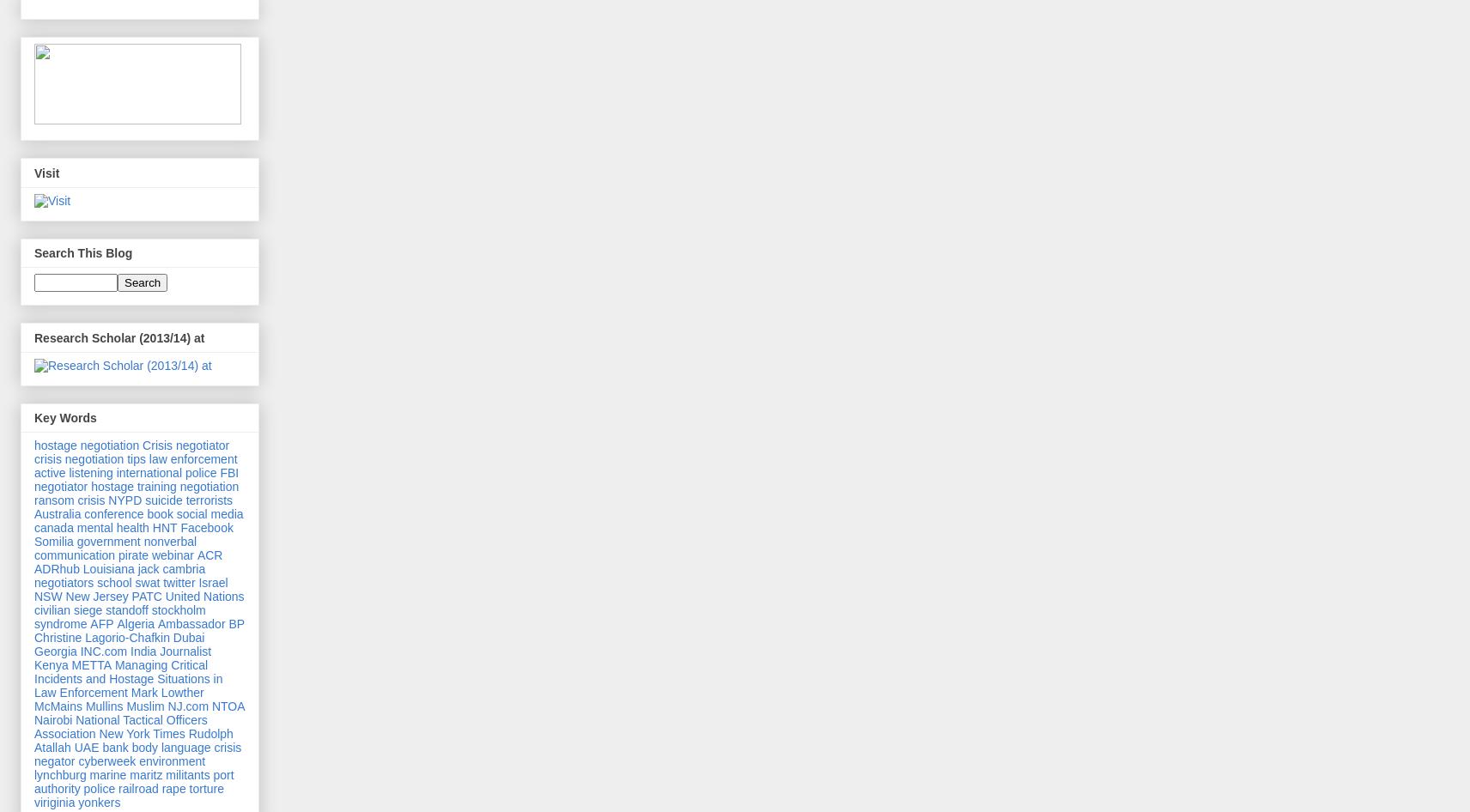 This screenshot has width=1470, height=812. I want to click on 'government', so click(107, 540).